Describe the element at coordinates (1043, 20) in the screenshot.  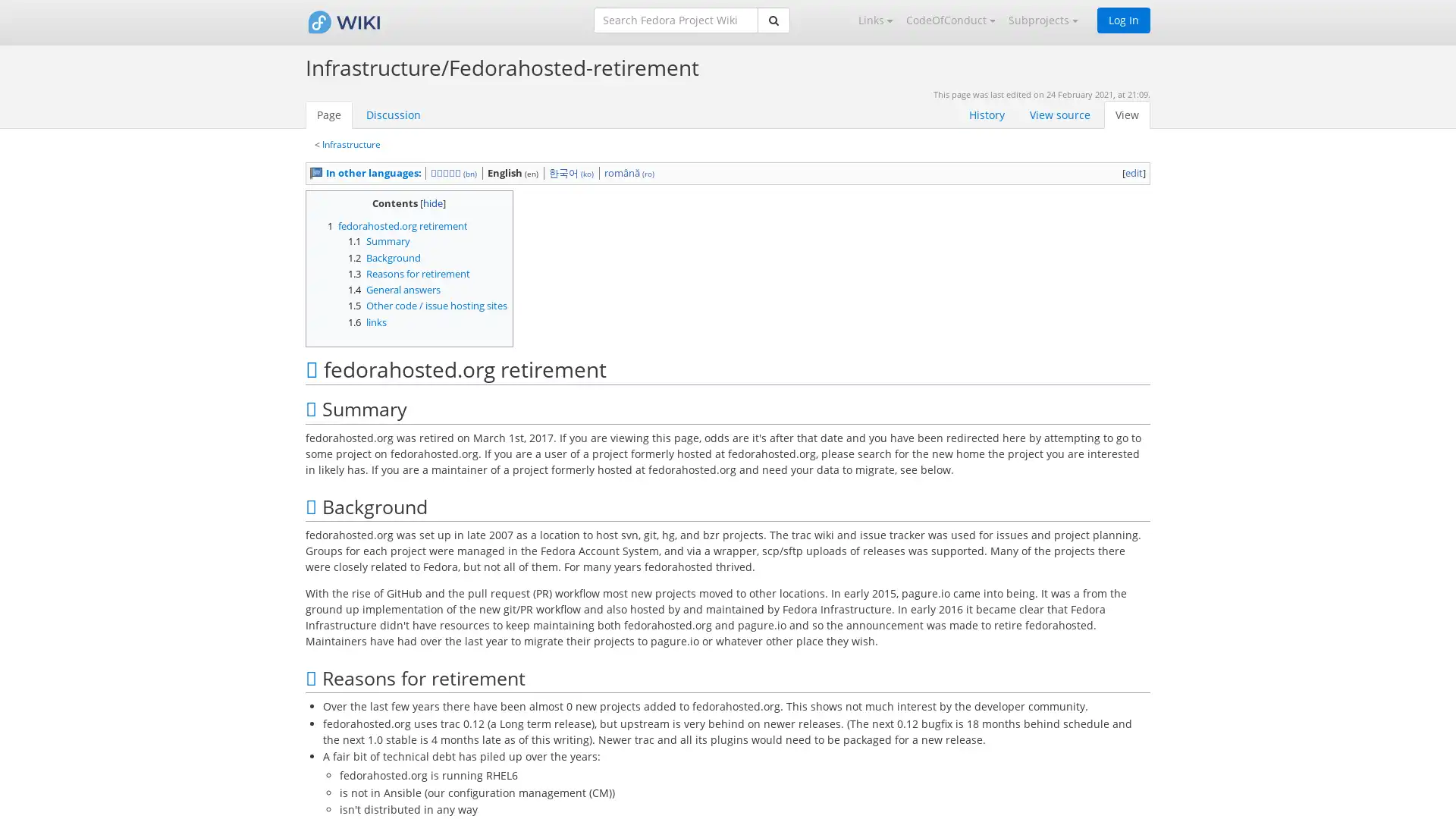
I see `Subprojects` at that location.